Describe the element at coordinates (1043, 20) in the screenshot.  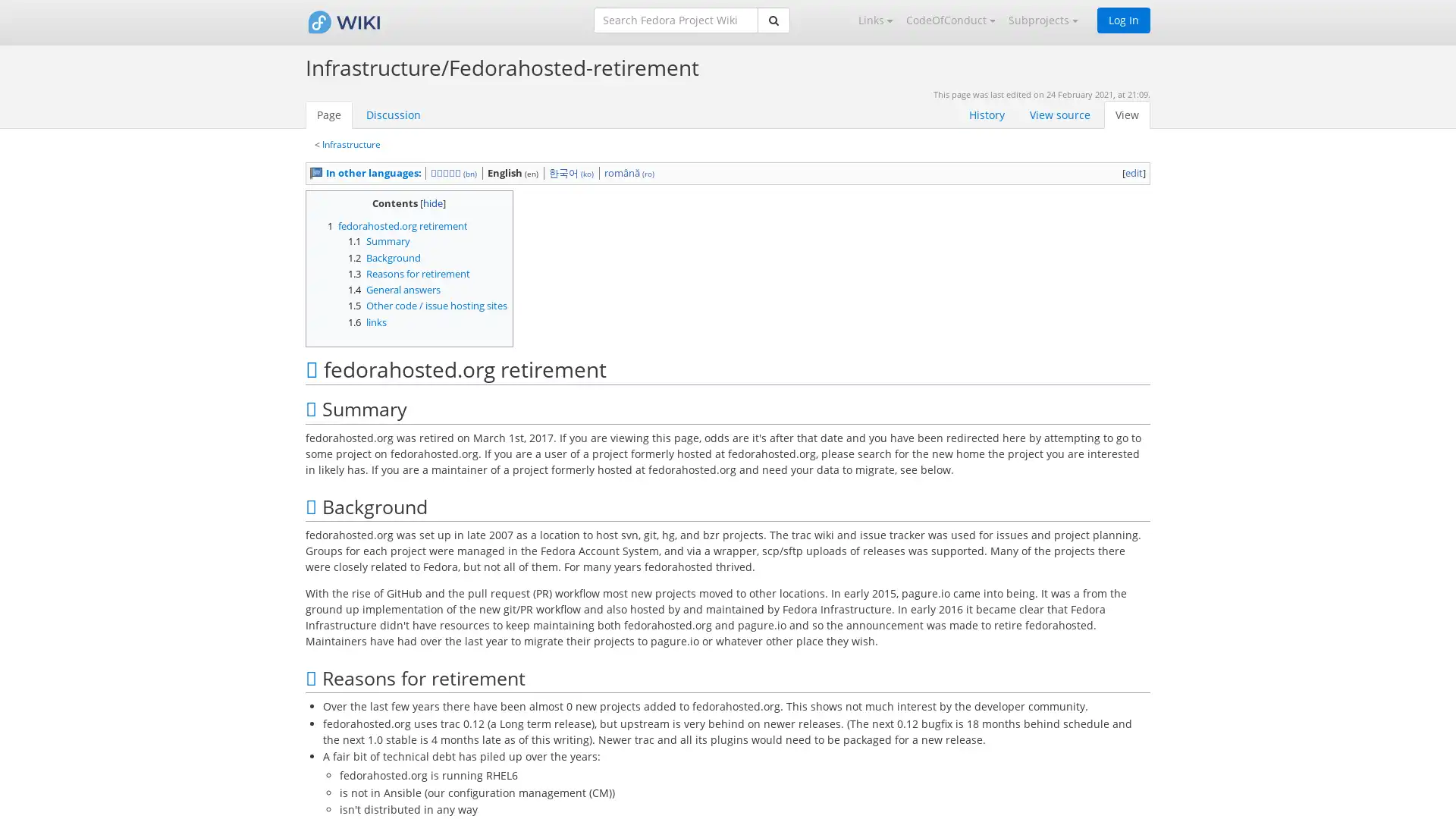
I see `Subprojects` at that location.